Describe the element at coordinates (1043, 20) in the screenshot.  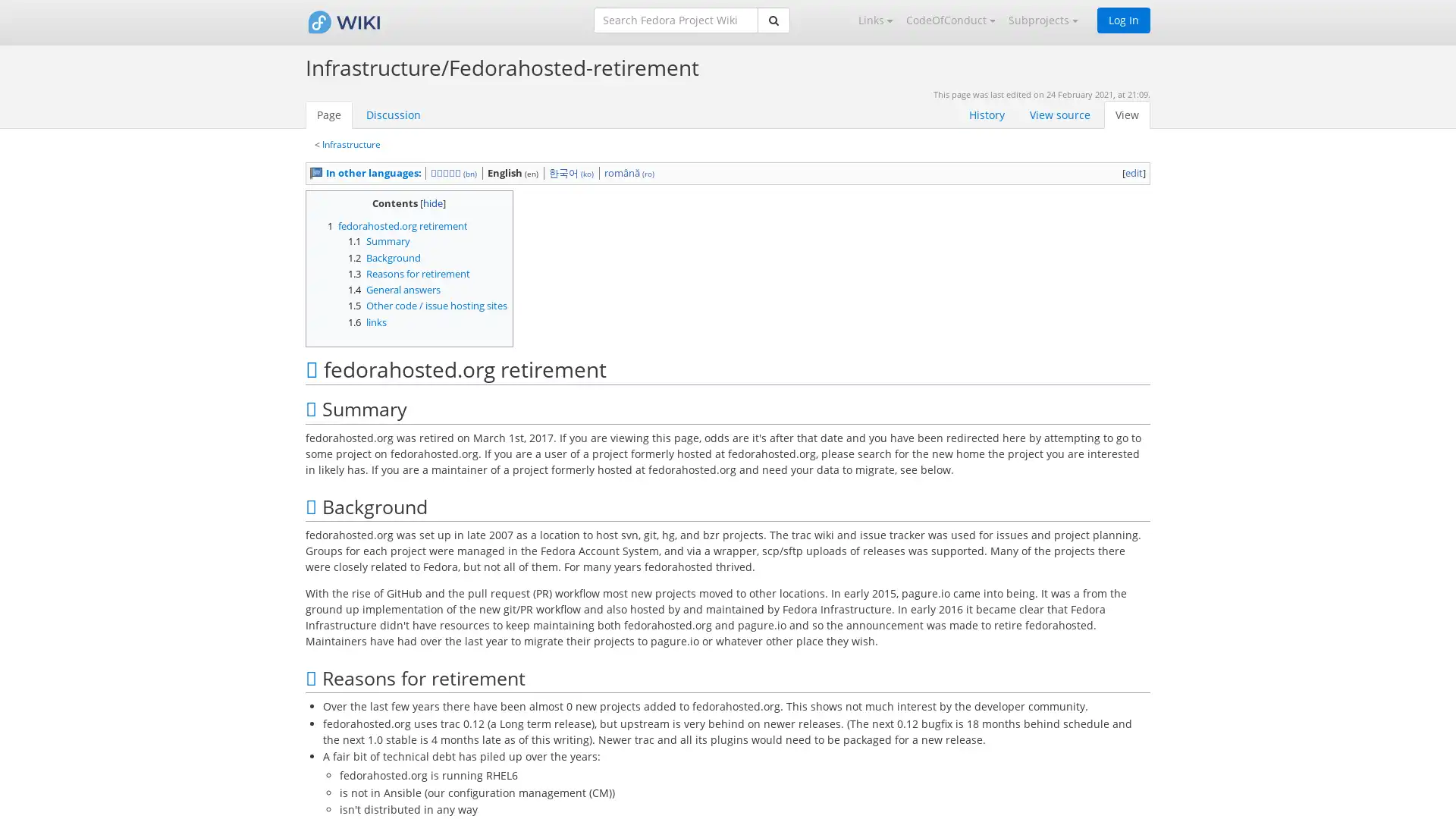
I see `Subprojects` at that location.